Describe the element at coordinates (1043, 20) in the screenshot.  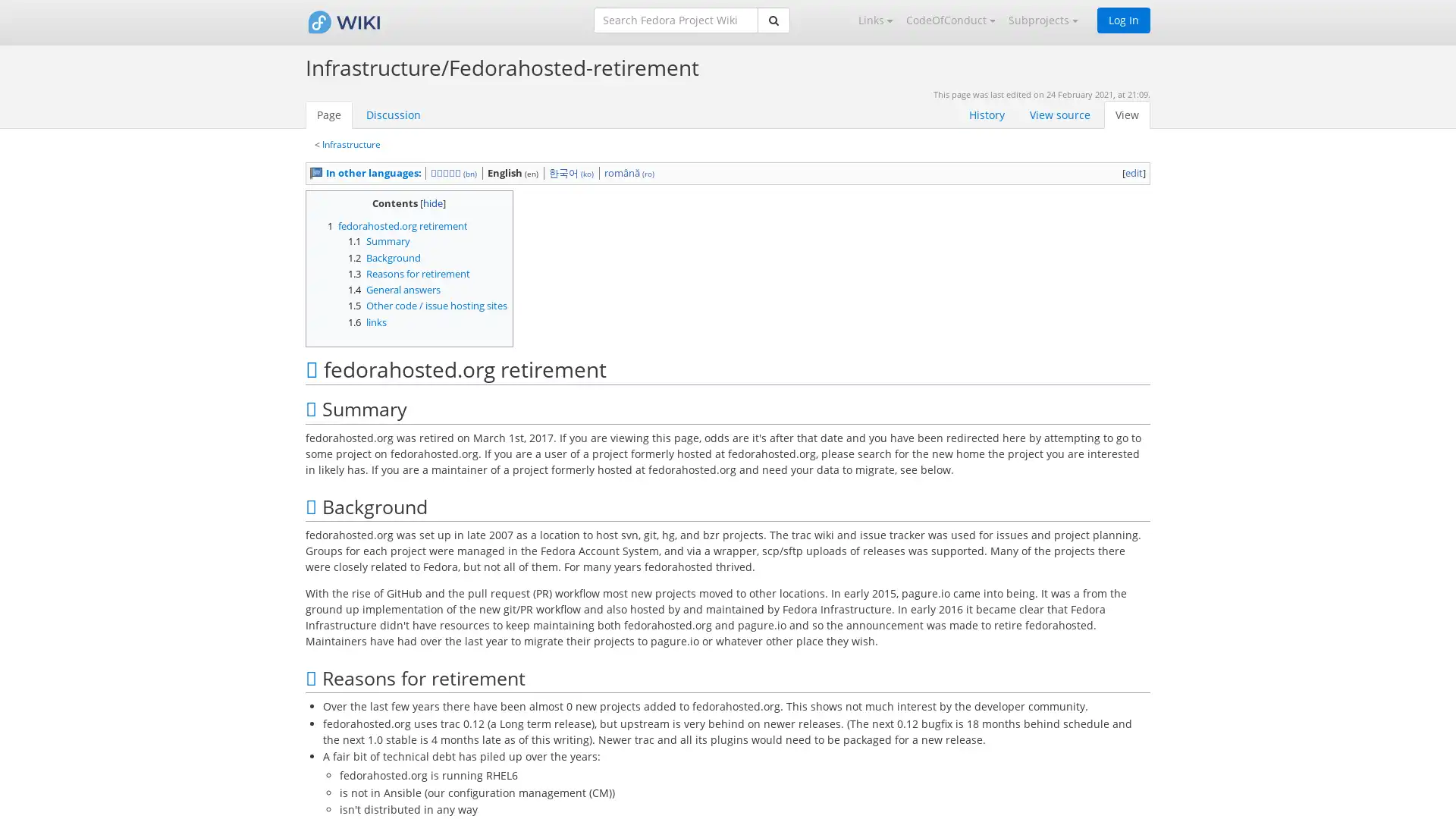
I see `Subprojects` at that location.